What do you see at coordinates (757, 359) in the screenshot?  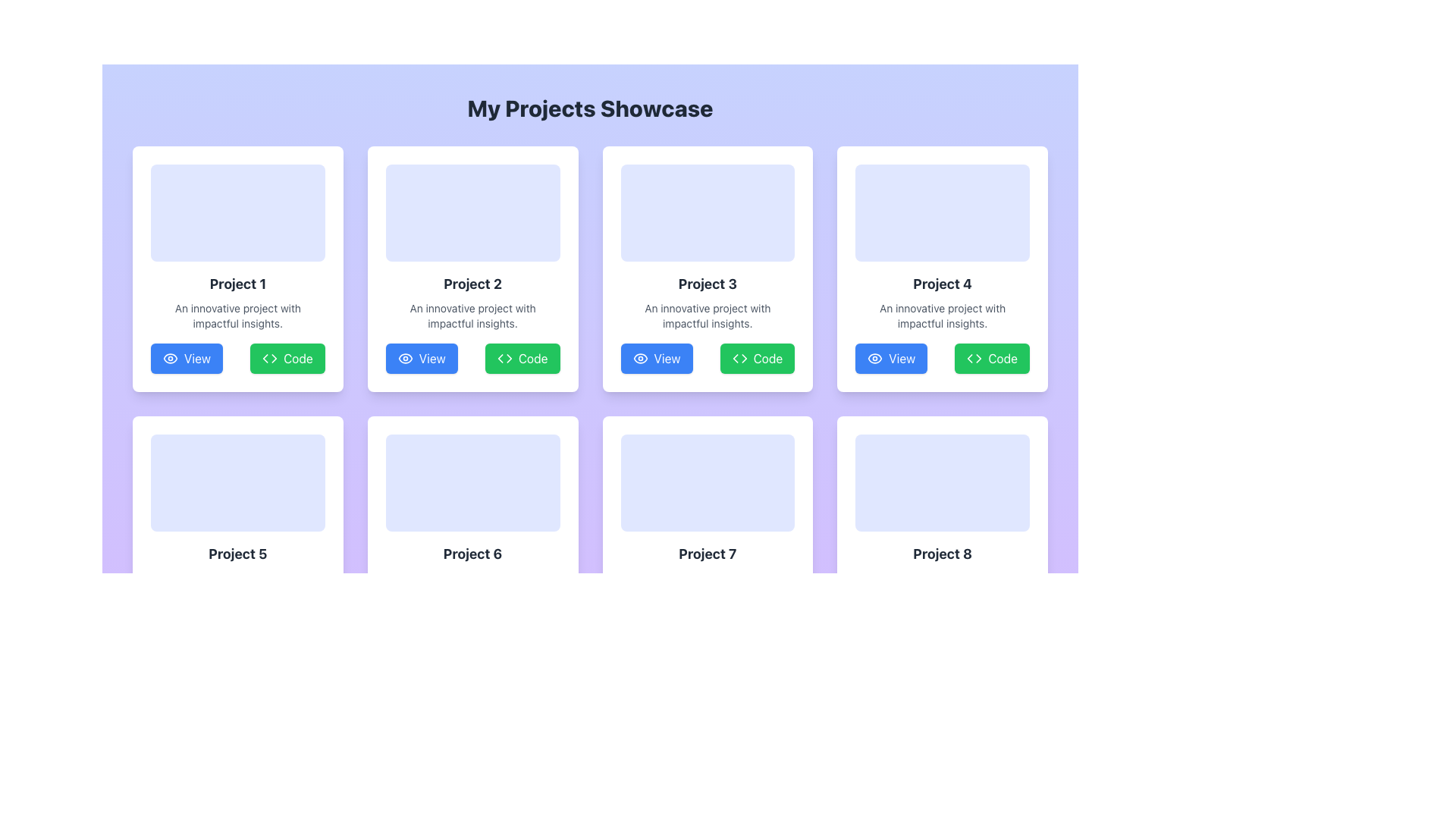 I see `the button labeled 'Project 3' located at the bottom right of the tile for additional context menu options` at bounding box center [757, 359].